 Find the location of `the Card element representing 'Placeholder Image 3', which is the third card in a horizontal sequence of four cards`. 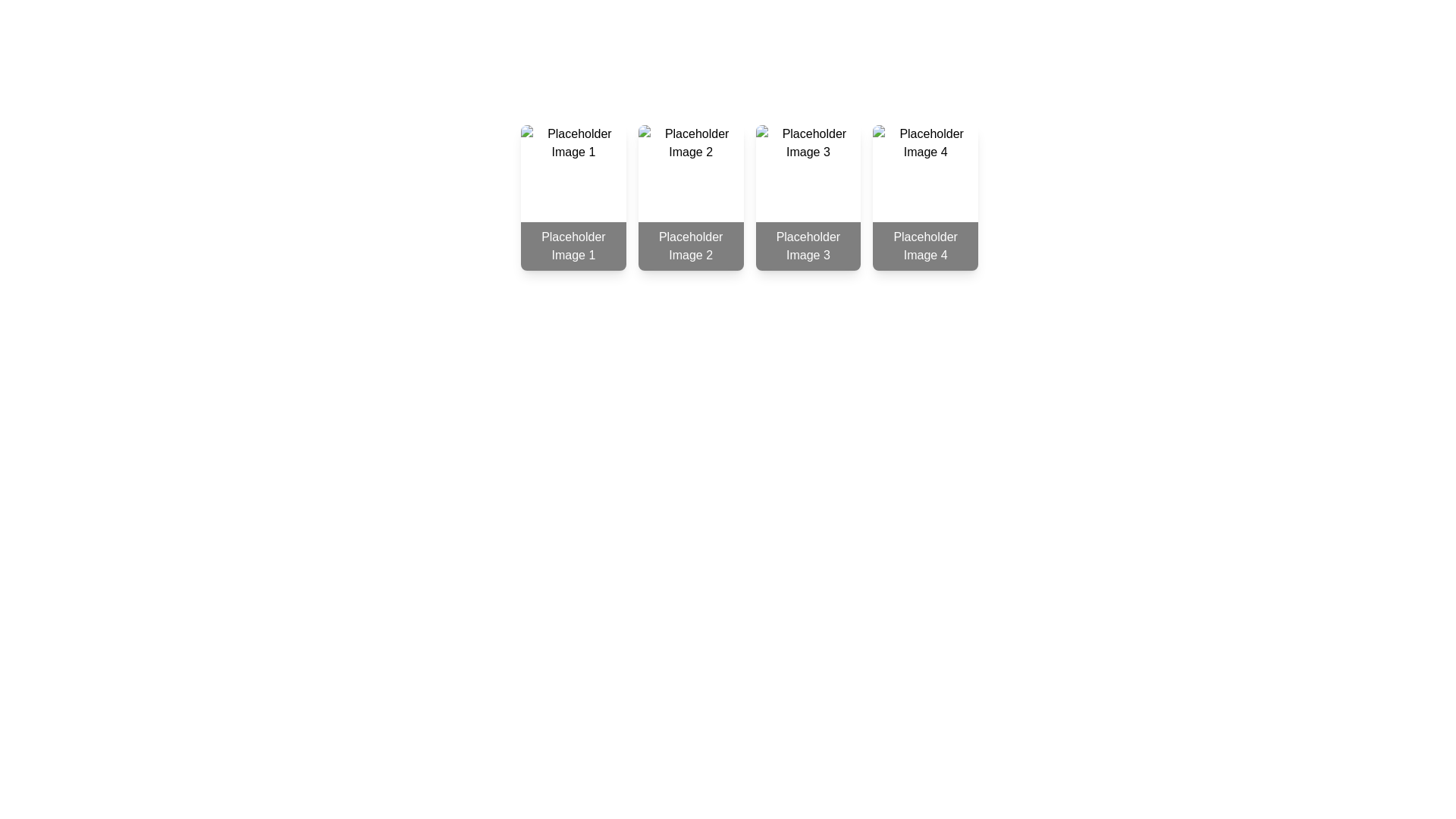

the Card element representing 'Placeholder Image 3', which is the third card in a horizontal sequence of four cards is located at coordinates (807, 197).